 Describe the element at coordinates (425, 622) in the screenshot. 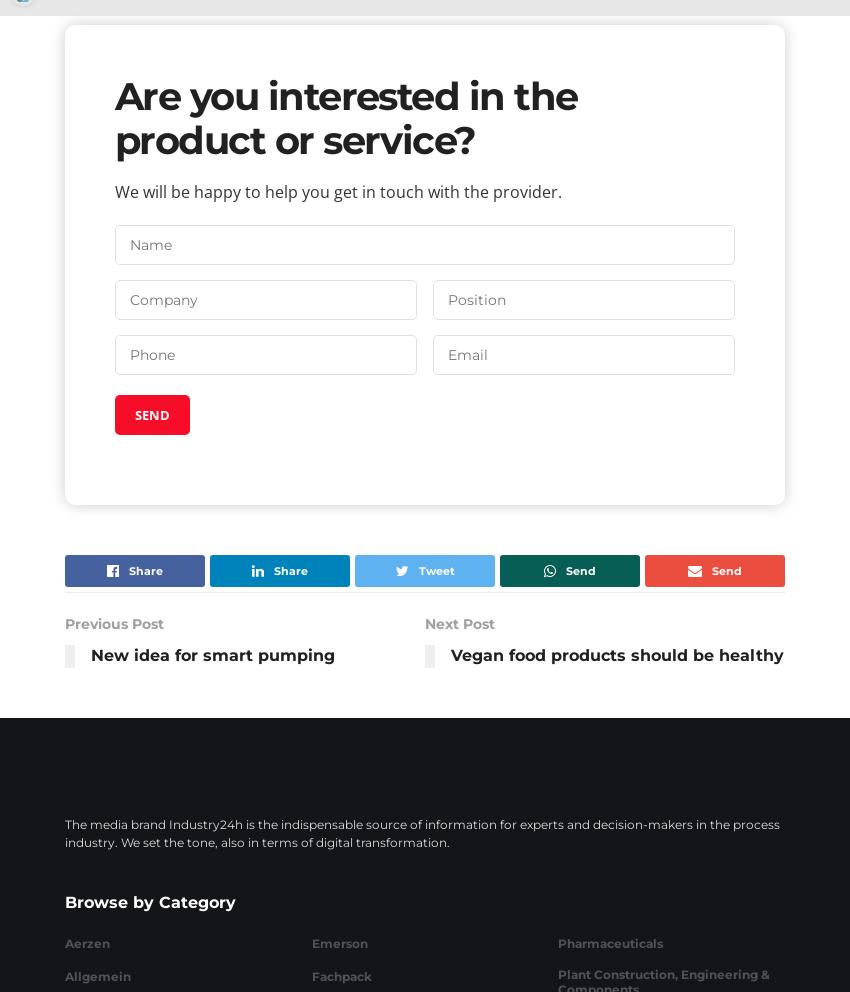

I see `'Next Post'` at that location.